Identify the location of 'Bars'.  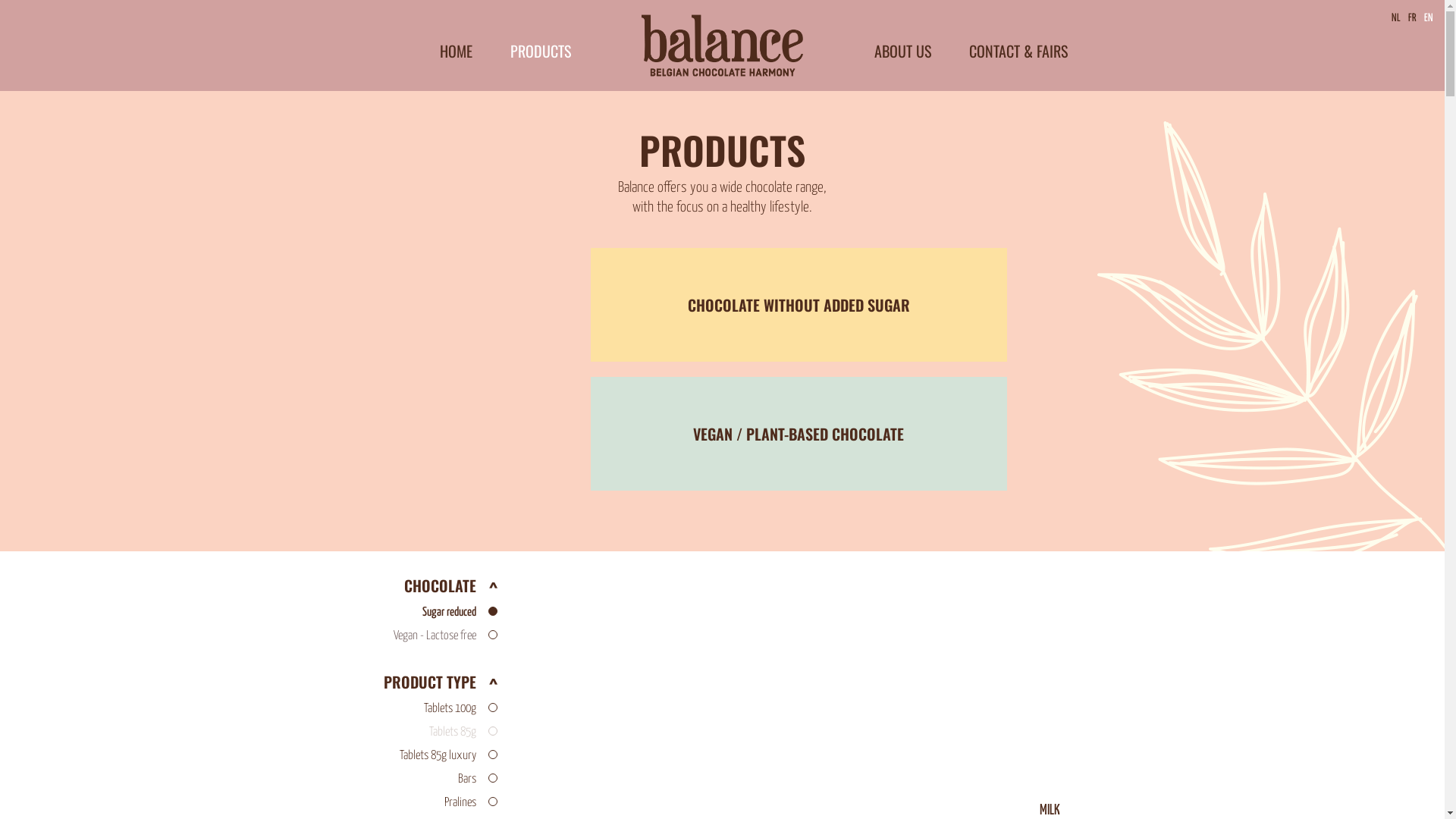
(397, 779).